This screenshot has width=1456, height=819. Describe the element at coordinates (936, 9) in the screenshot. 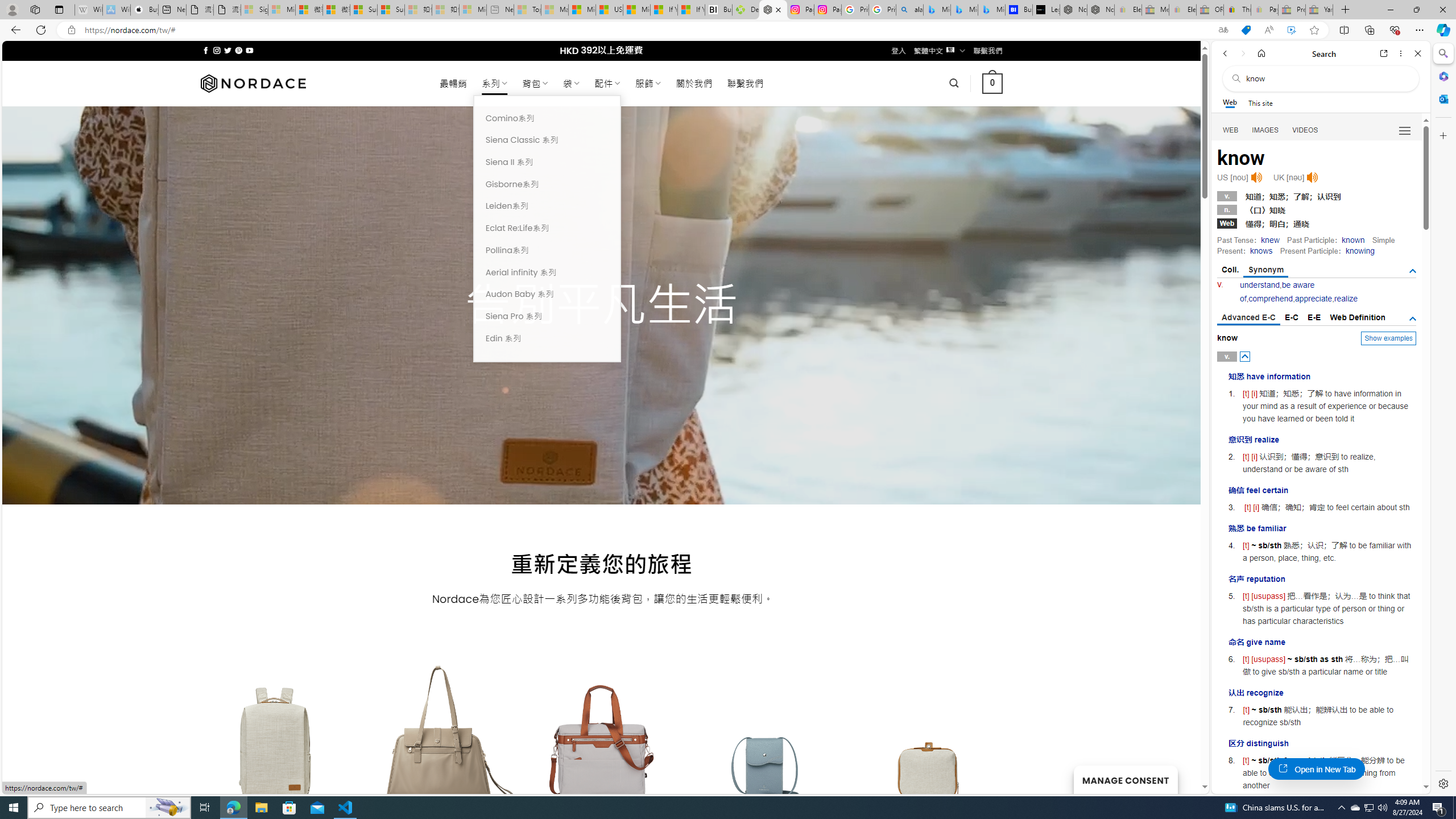

I see `'Microsoft Bing Travel - Flights from Hong Kong to Bangkok'` at that location.